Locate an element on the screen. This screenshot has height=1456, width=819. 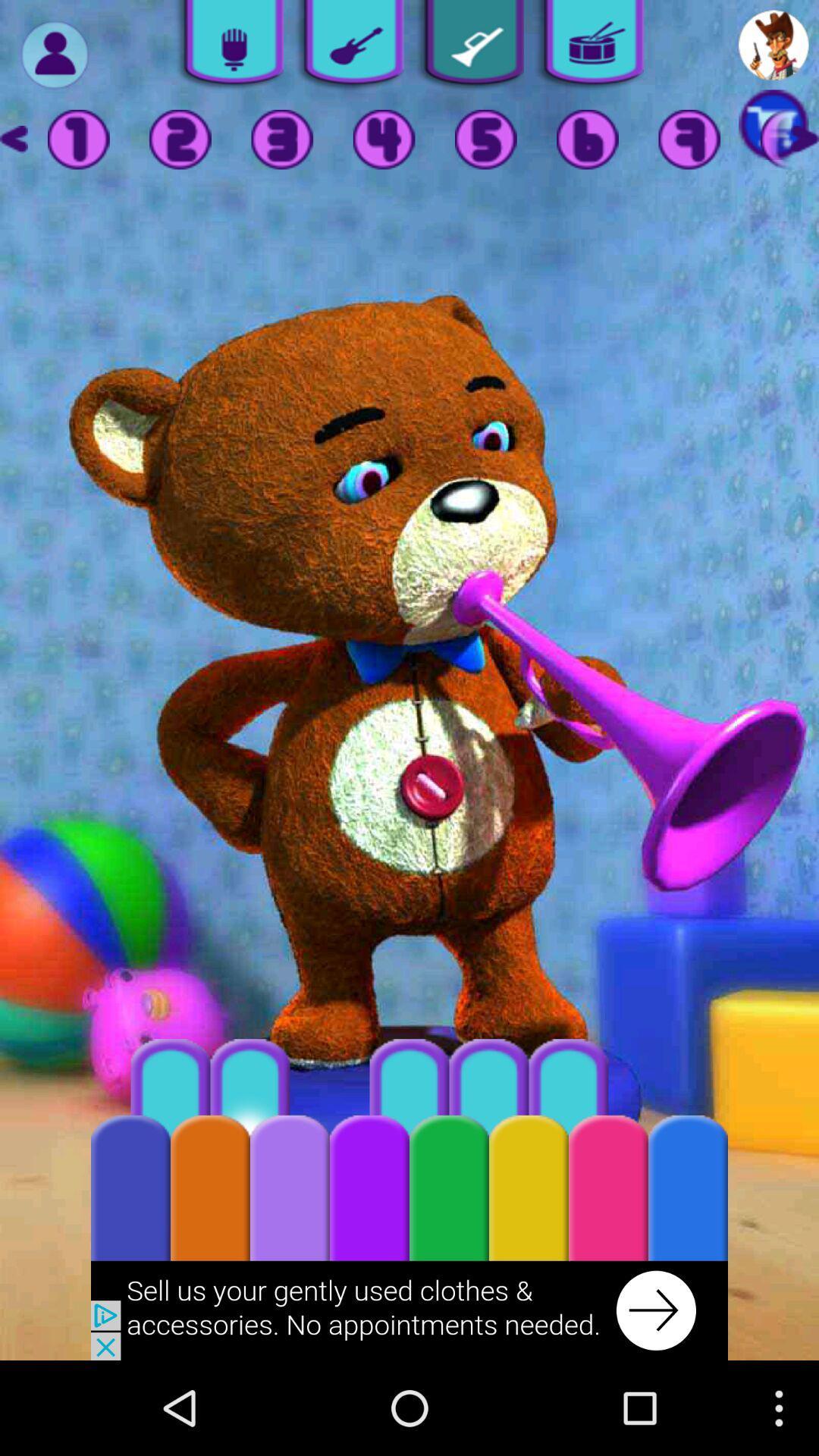
the check icon is located at coordinates (468, 48).